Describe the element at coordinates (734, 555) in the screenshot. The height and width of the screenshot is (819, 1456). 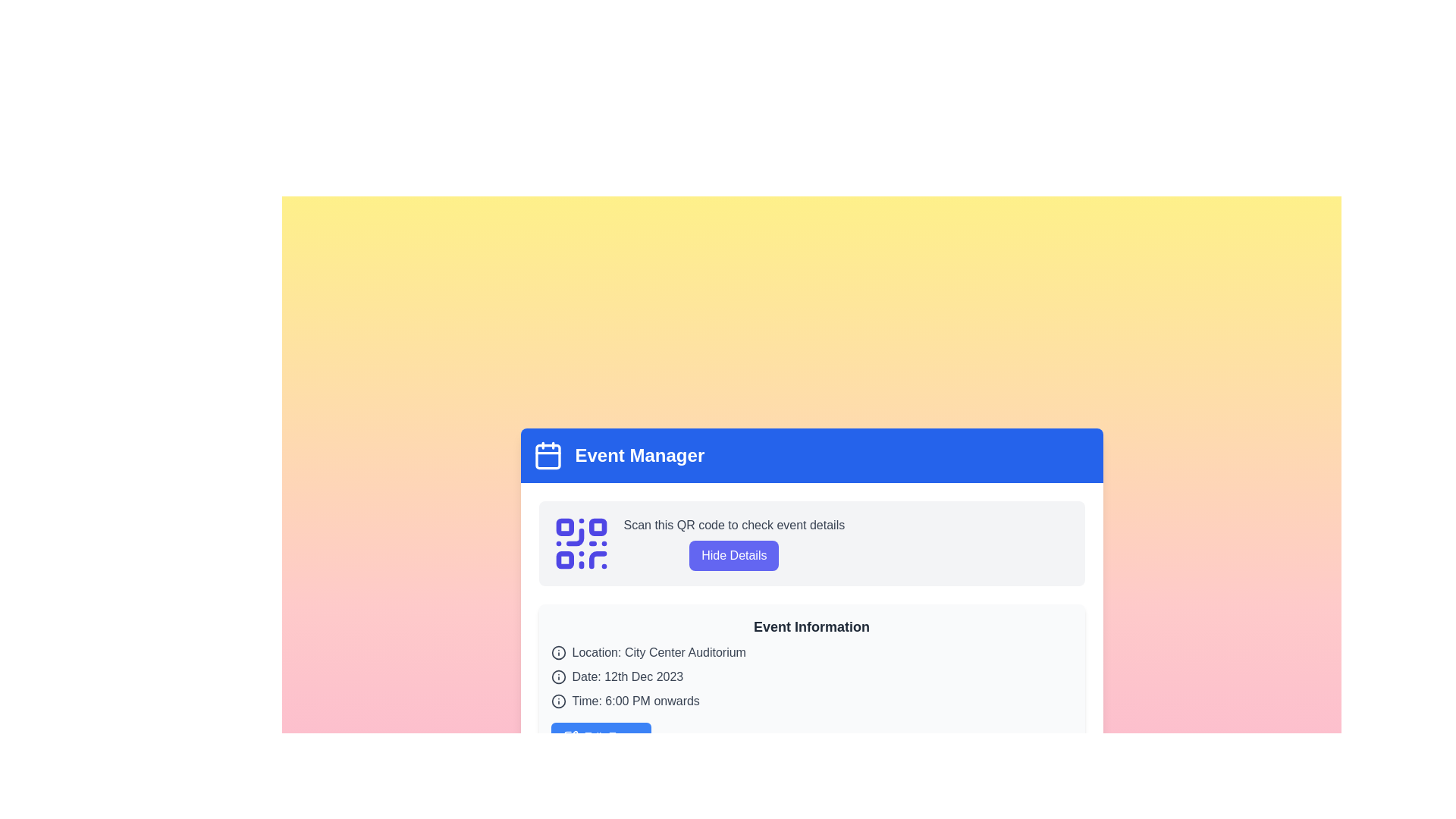
I see `the button that allows users to hide specific details related to an event or QR code, located below the 'Scan this QR code to check event details' text and to the right of a QR code illustration` at that location.